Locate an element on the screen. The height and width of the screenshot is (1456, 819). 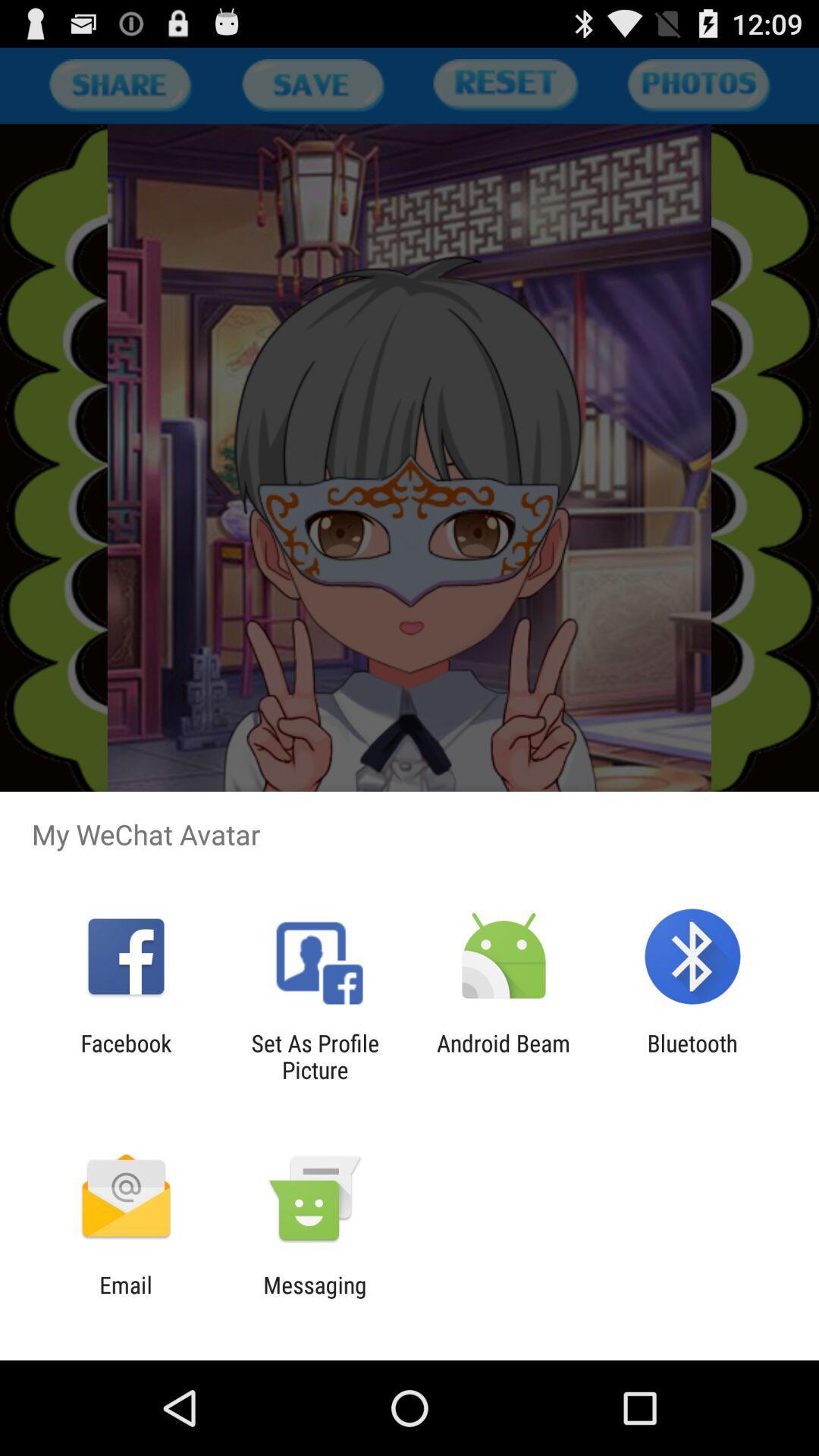
app next to the facebook app is located at coordinates (314, 1056).